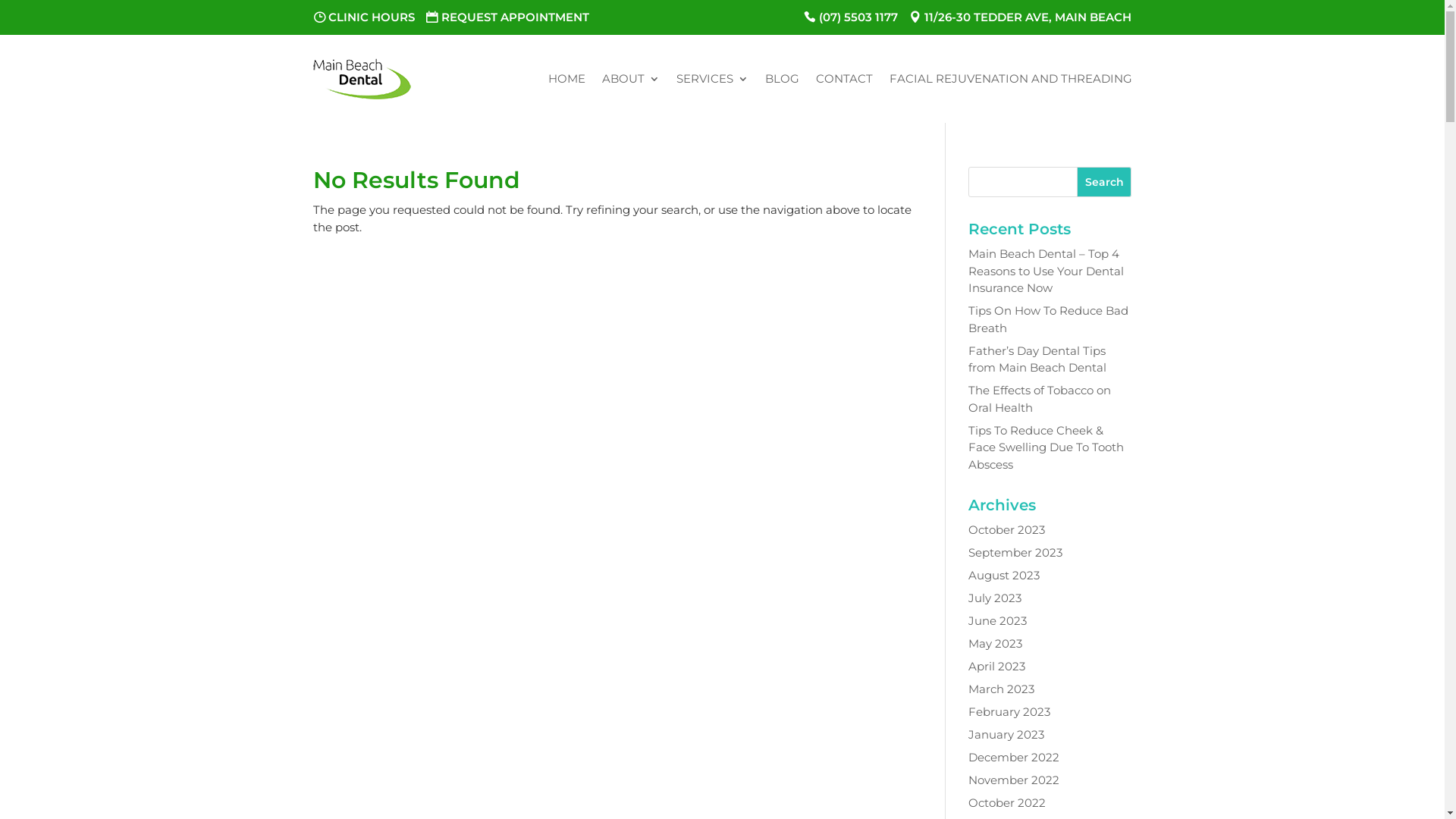 The width and height of the screenshot is (1456, 819). What do you see at coordinates (711, 79) in the screenshot?
I see `'SERVICES'` at bounding box center [711, 79].